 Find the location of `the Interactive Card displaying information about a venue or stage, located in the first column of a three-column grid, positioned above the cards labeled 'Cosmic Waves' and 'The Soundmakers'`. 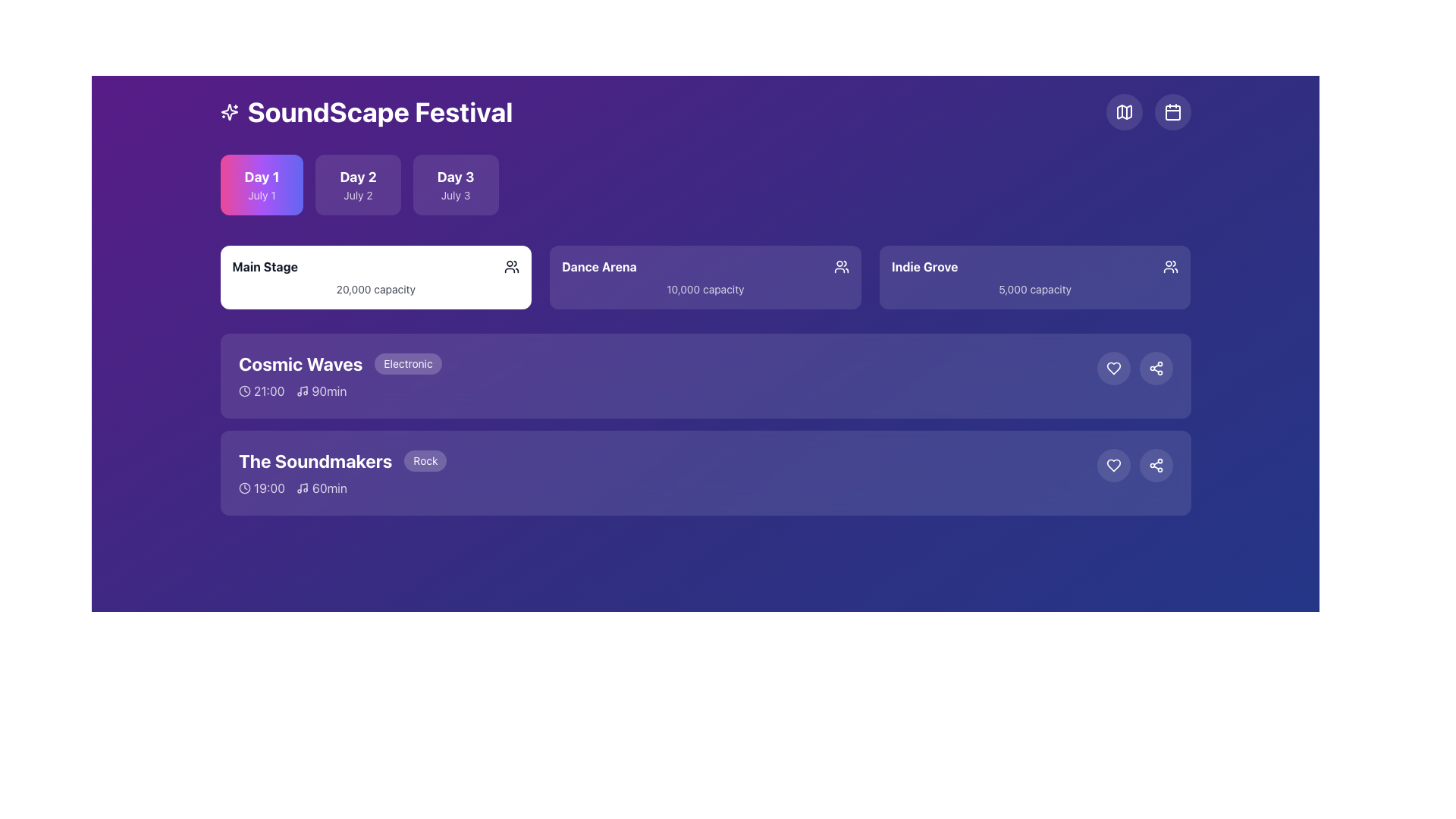

the Interactive Card displaying information about a venue or stage, located in the first column of a three-column grid, positioned above the cards labeled 'Cosmic Waves' and 'The Soundmakers' is located at coordinates (375, 278).